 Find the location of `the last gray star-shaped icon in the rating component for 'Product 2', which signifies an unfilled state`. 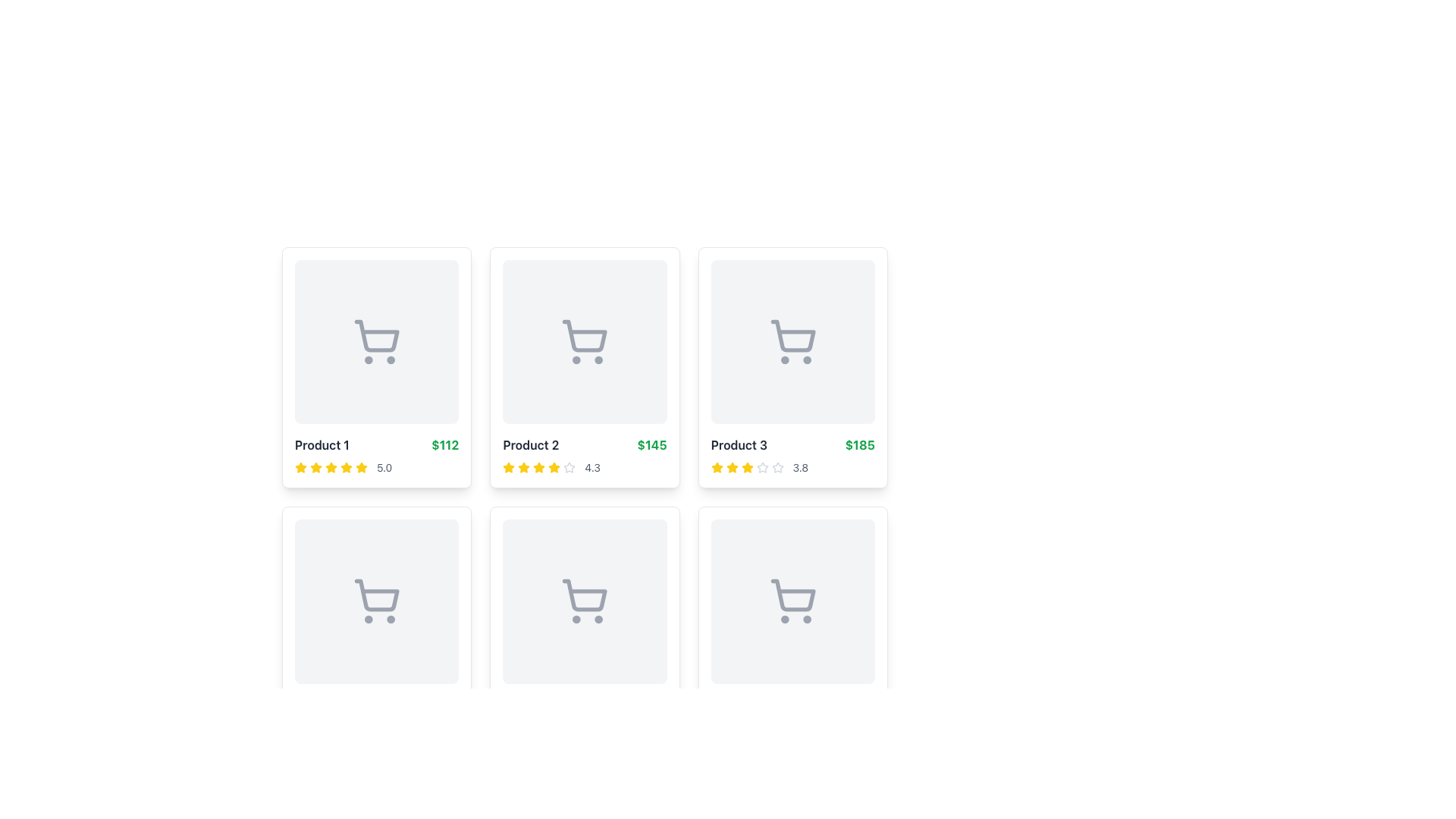

the last gray star-shaped icon in the rating component for 'Product 2', which signifies an unfilled state is located at coordinates (569, 467).